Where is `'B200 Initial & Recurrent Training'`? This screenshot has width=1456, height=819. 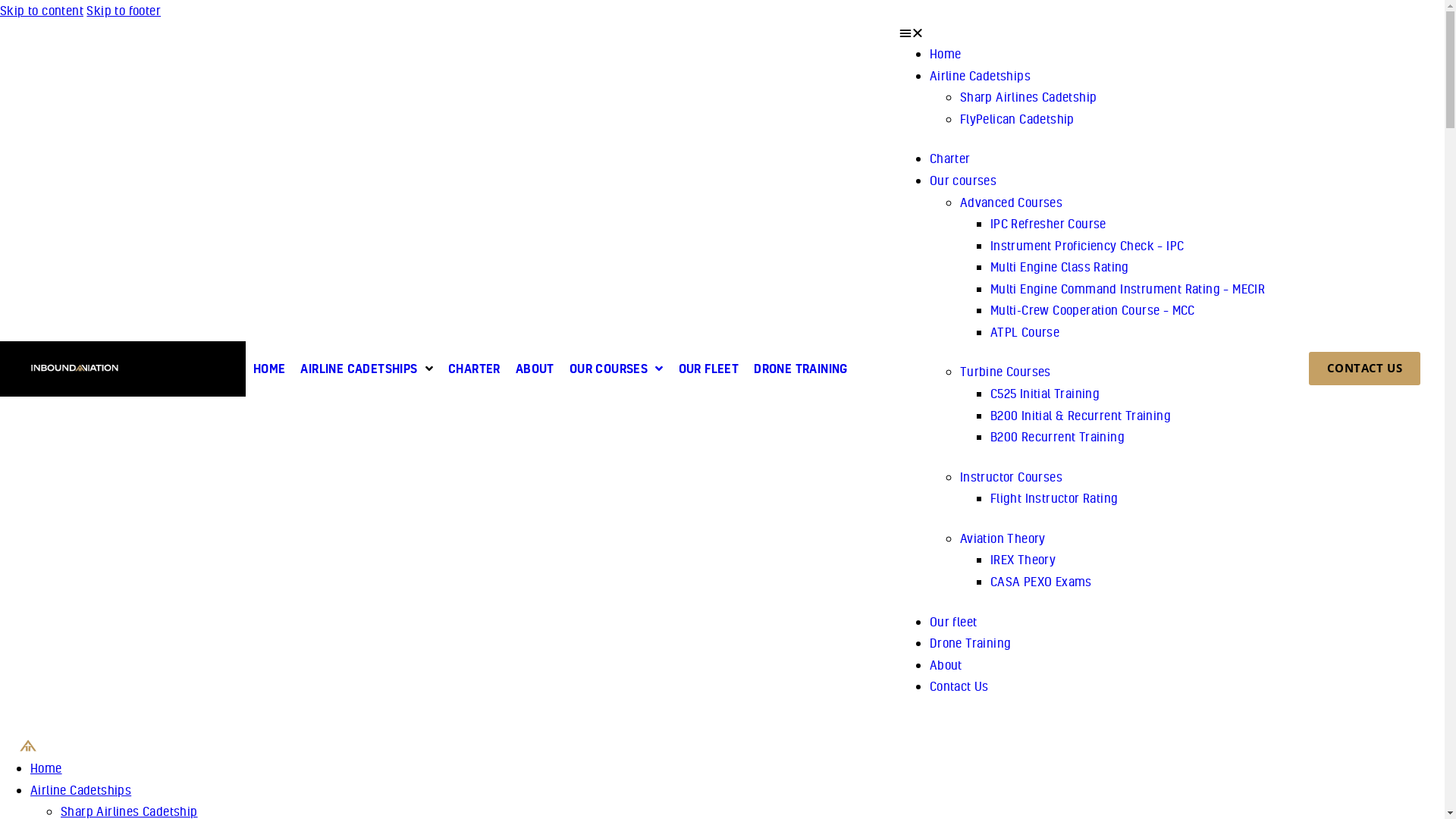 'B200 Initial & Recurrent Training' is located at coordinates (1080, 415).